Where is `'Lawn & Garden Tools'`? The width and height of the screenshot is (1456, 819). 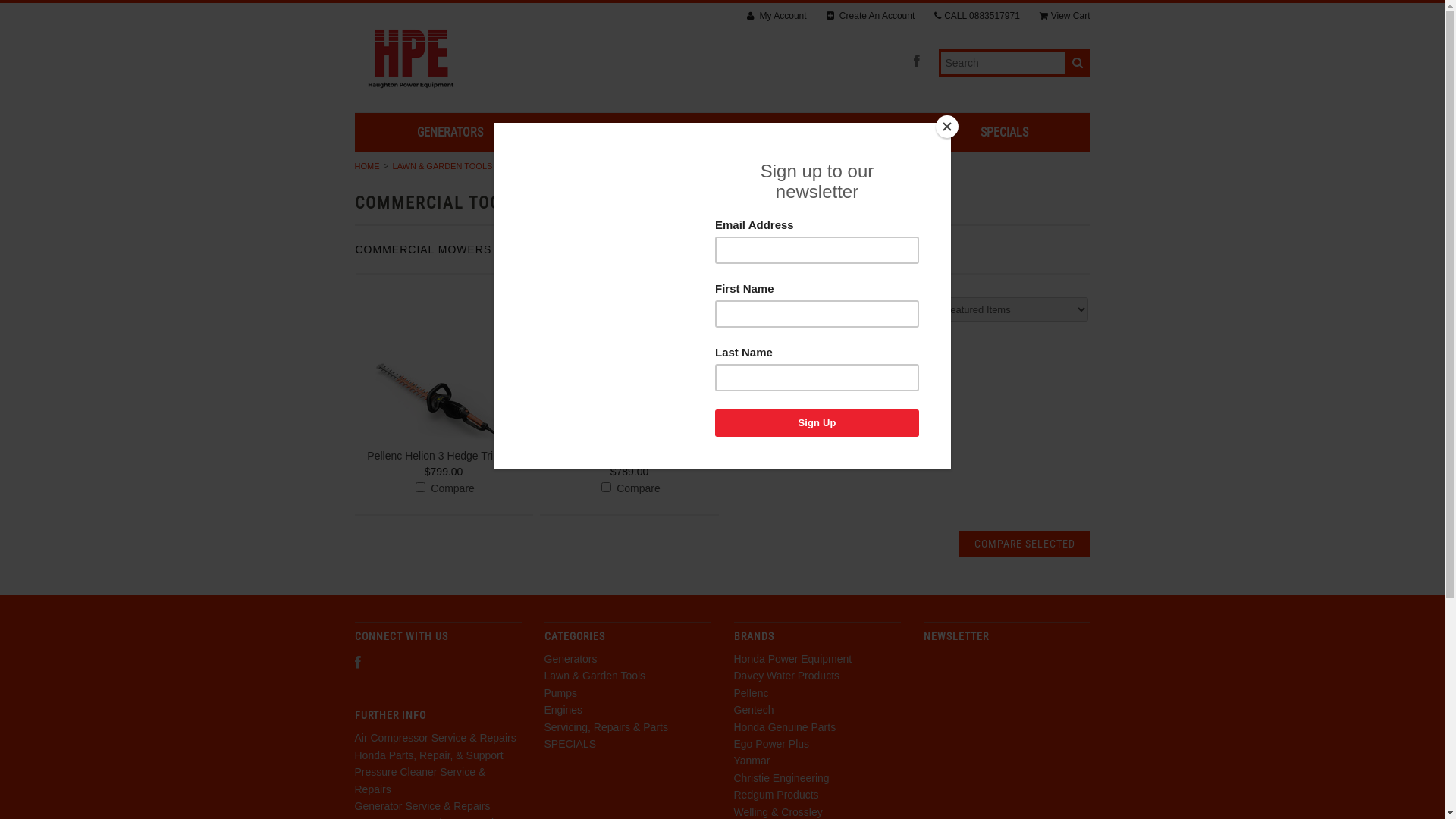 'Lawn & Garden Tools' is located at coordinates (595, 675).